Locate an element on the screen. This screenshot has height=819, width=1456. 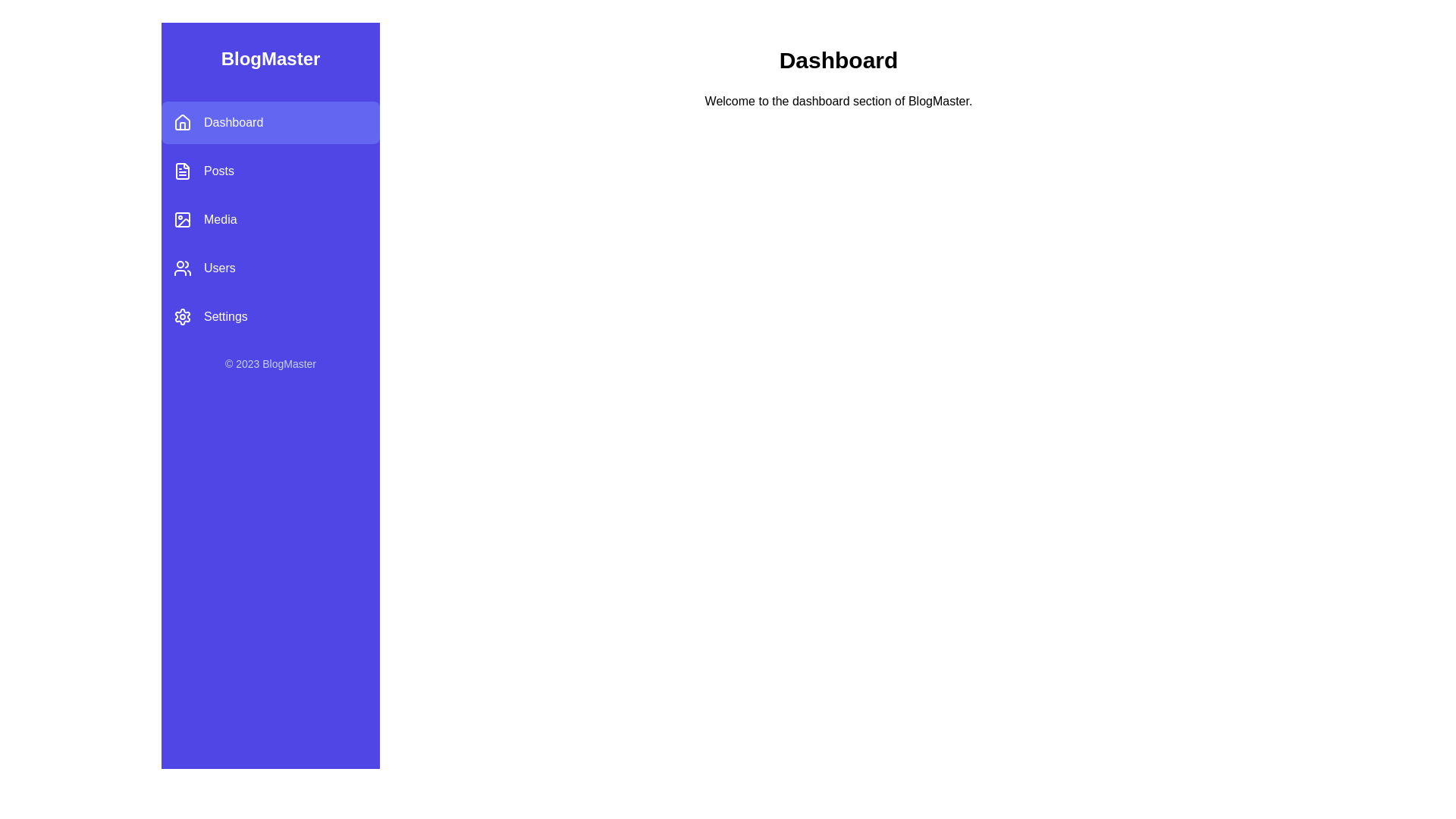
the 'Posts' navigation button is located at coordinates (270, 171).